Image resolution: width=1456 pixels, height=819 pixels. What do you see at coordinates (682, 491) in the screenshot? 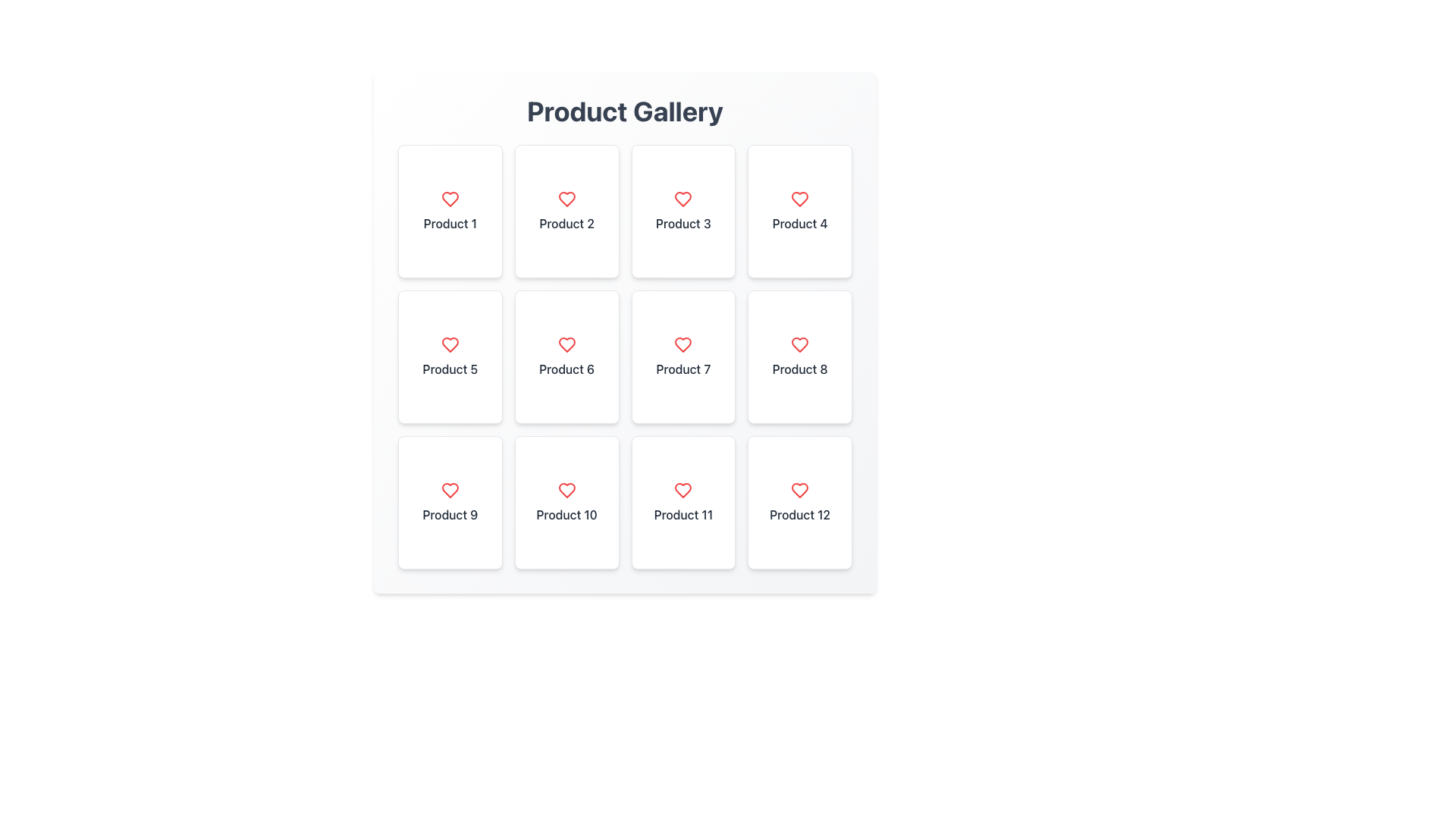
I see `the interactive heart icon in the 'Product 11' card` at bounding box center [682, 491].